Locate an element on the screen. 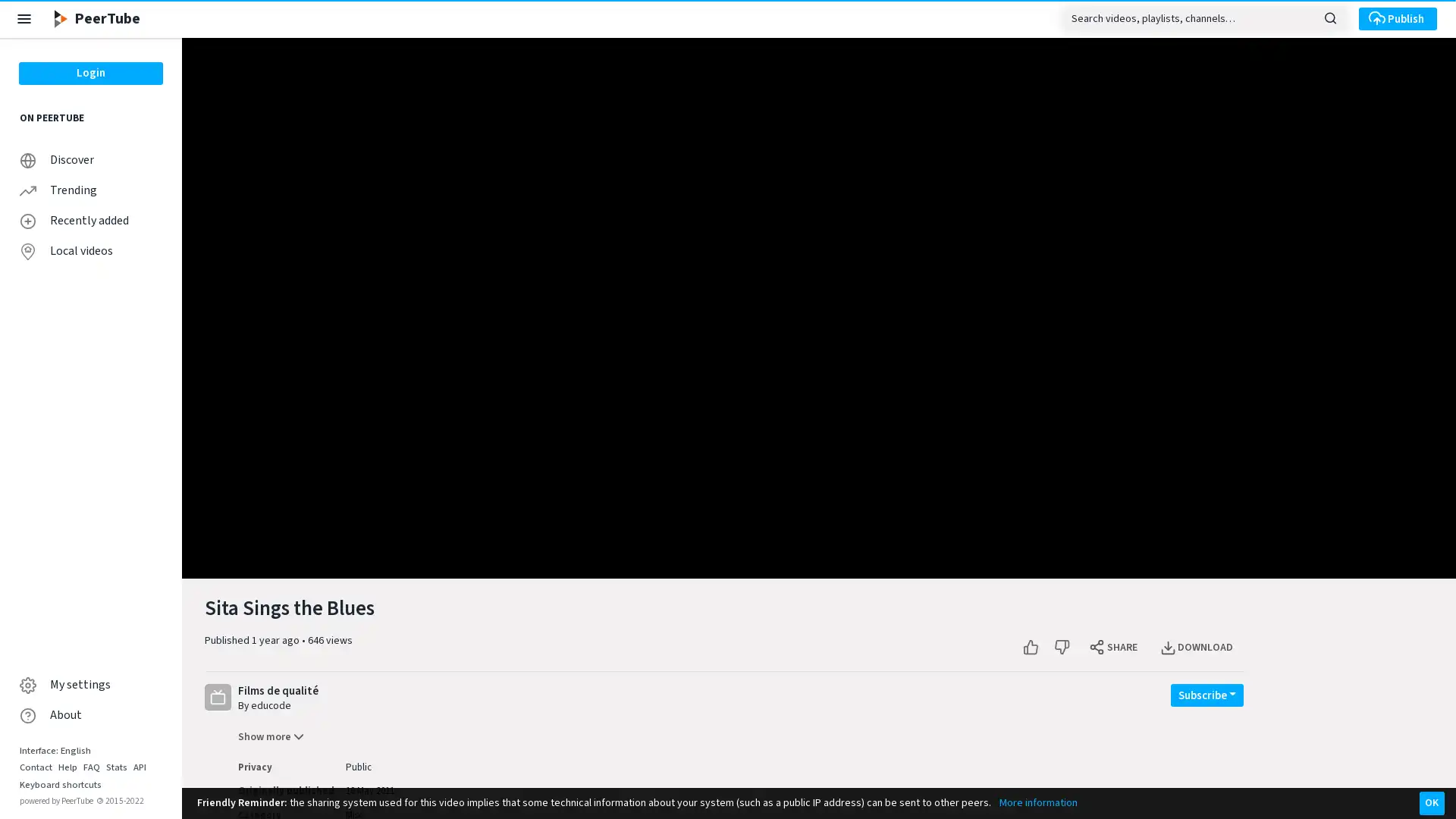 The width and height of the screenshot is (1456, 819). Open subscription dropdown is located at coordinates (1207, 694).